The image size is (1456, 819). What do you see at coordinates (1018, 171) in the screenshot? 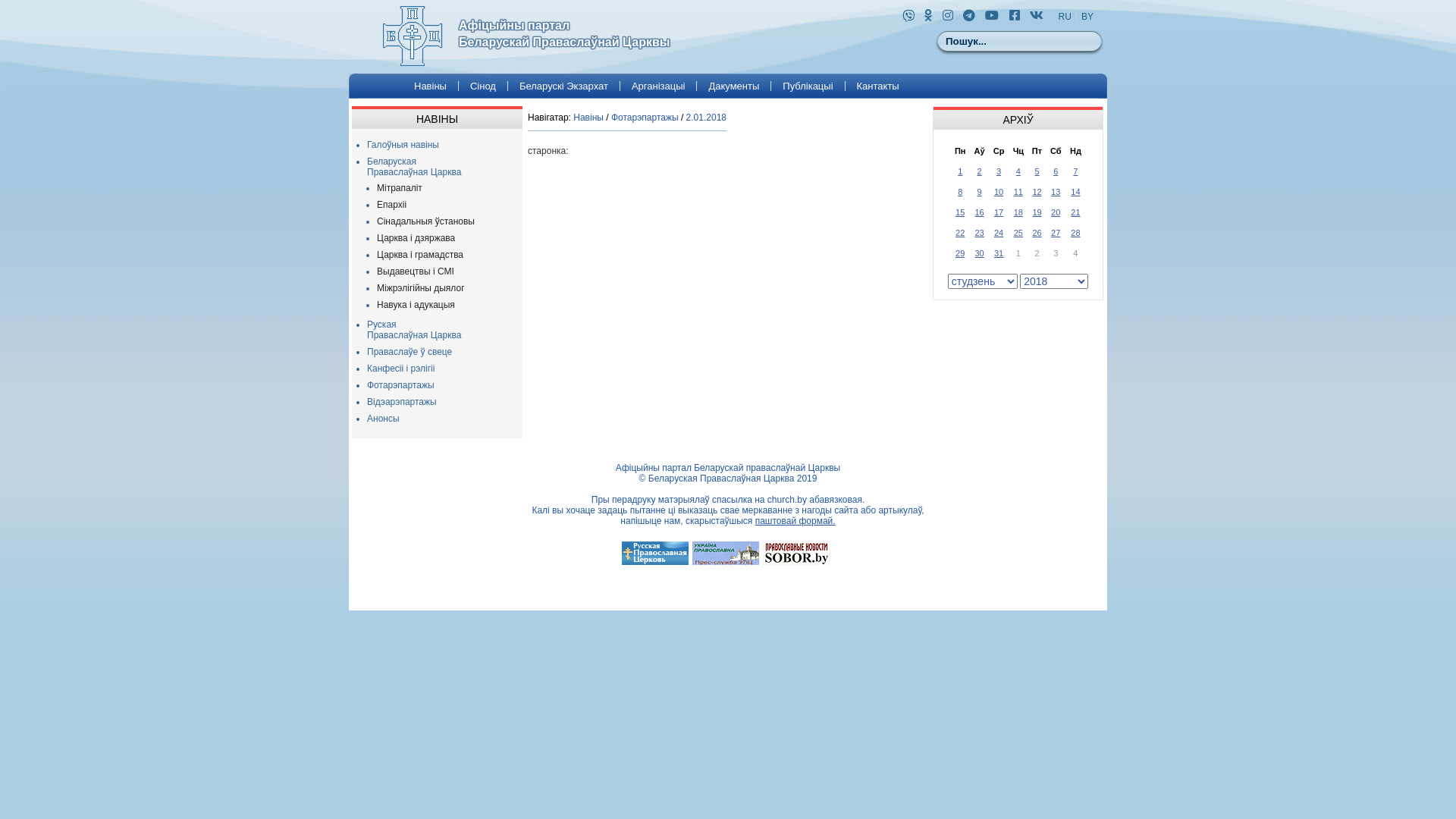
I see `'4'` at bounding box center [1018, 171].